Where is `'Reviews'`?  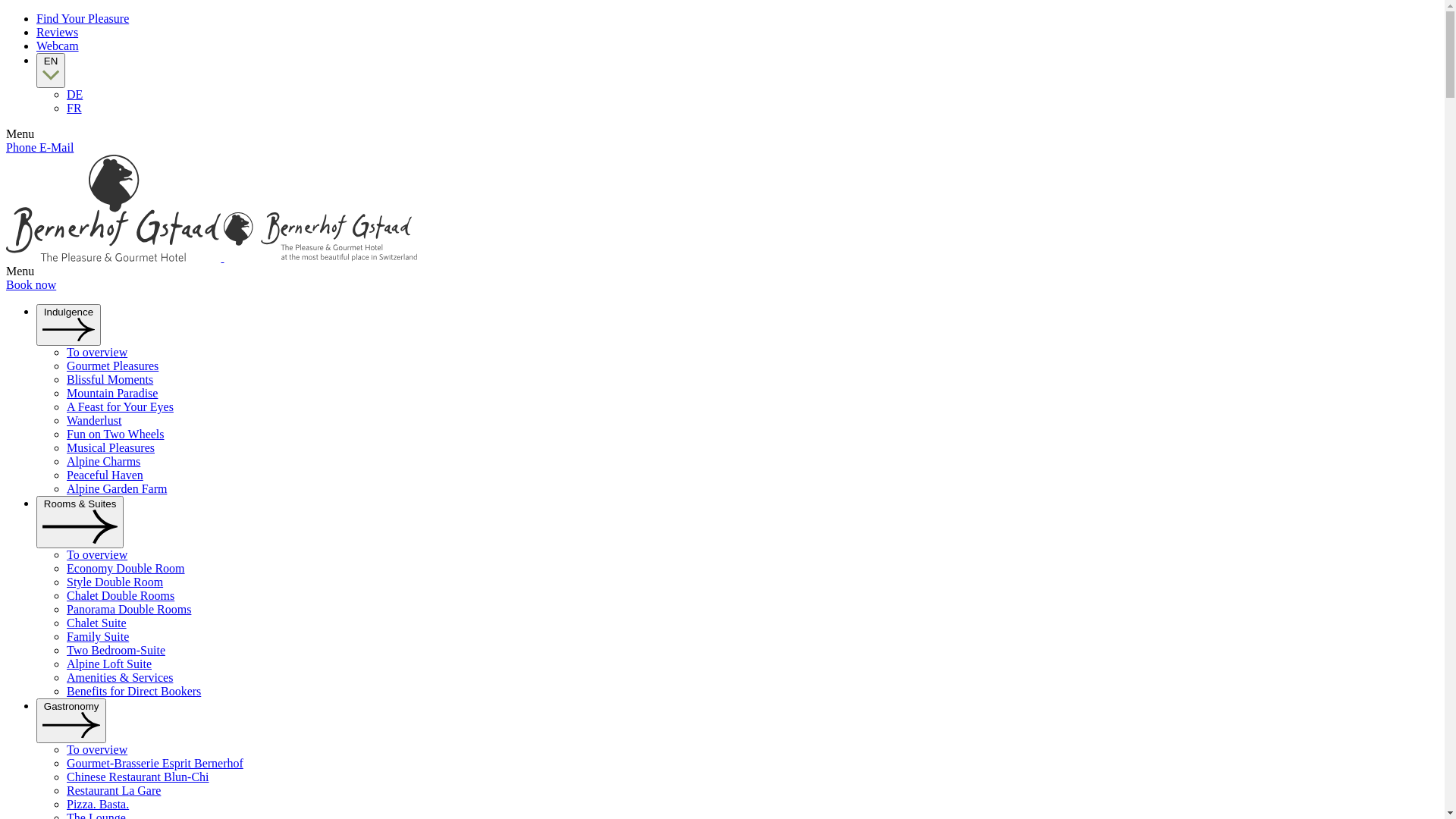
'Reviews' is located at coordinates (57, 32).